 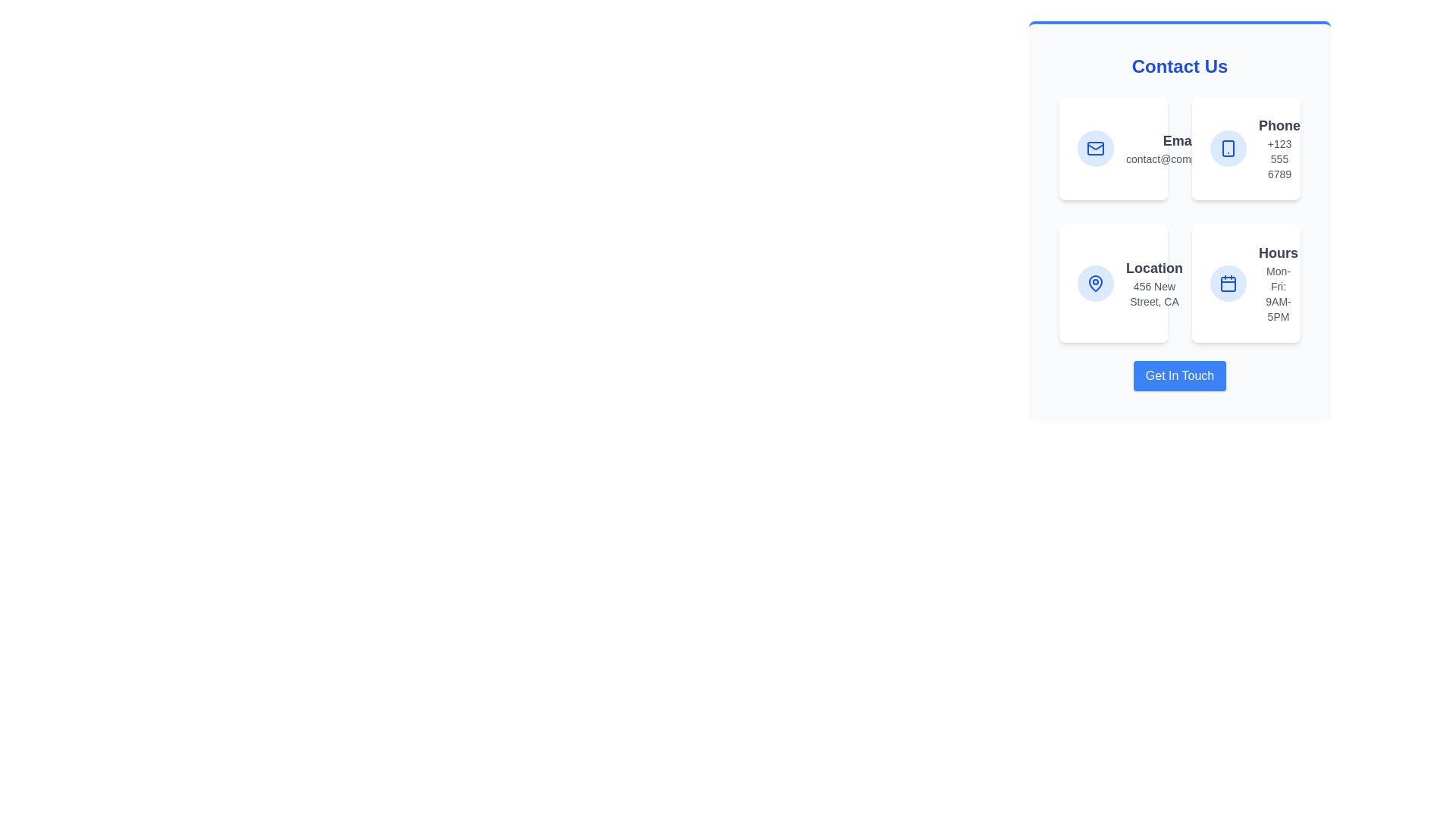 I want to click on the blue outlined map pin icon within the 'Location' button, so click(x=1095, y=284).